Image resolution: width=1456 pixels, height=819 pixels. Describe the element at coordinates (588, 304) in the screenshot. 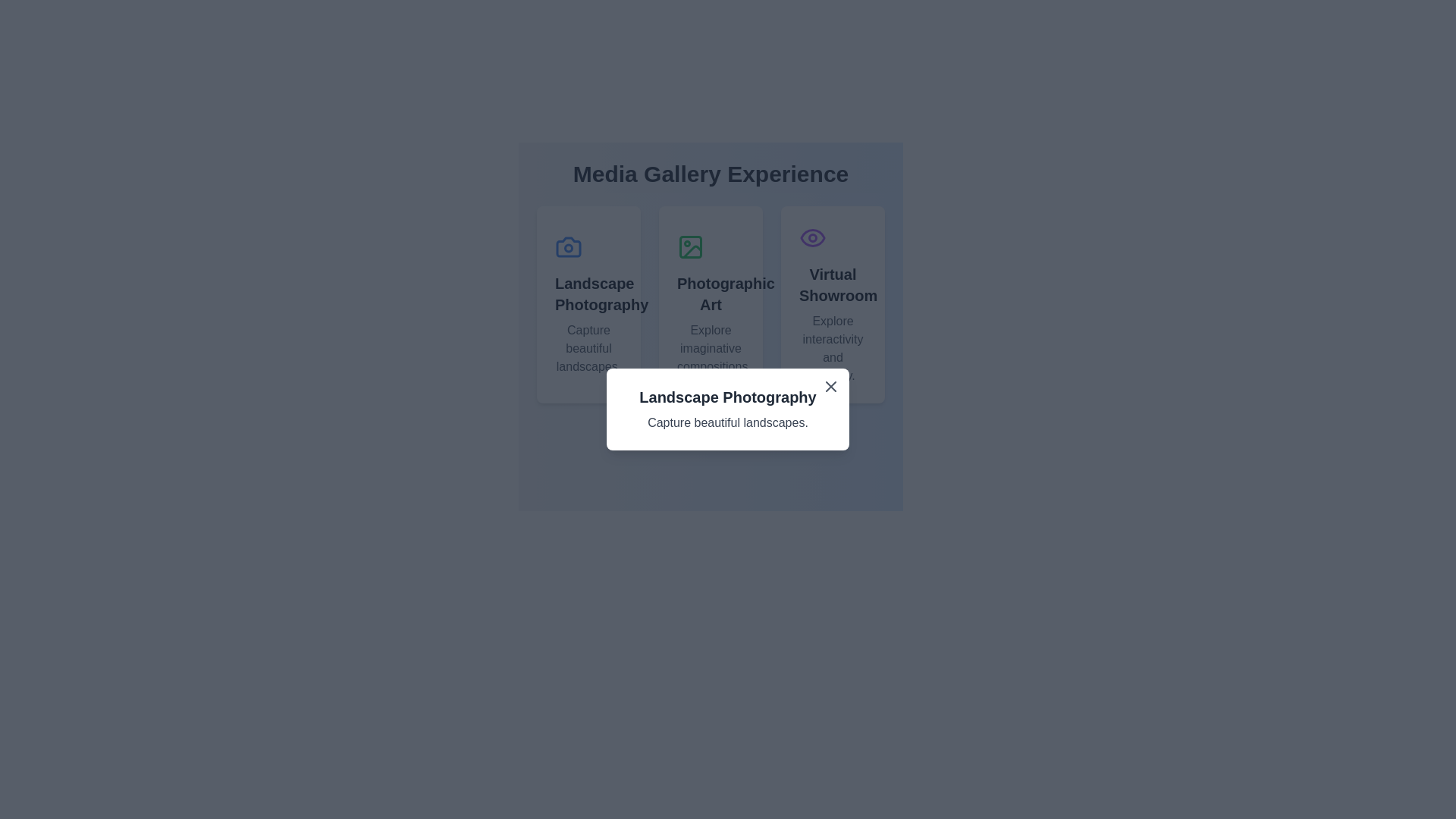

I see `the first interactive card representing landscape photography` at that location.